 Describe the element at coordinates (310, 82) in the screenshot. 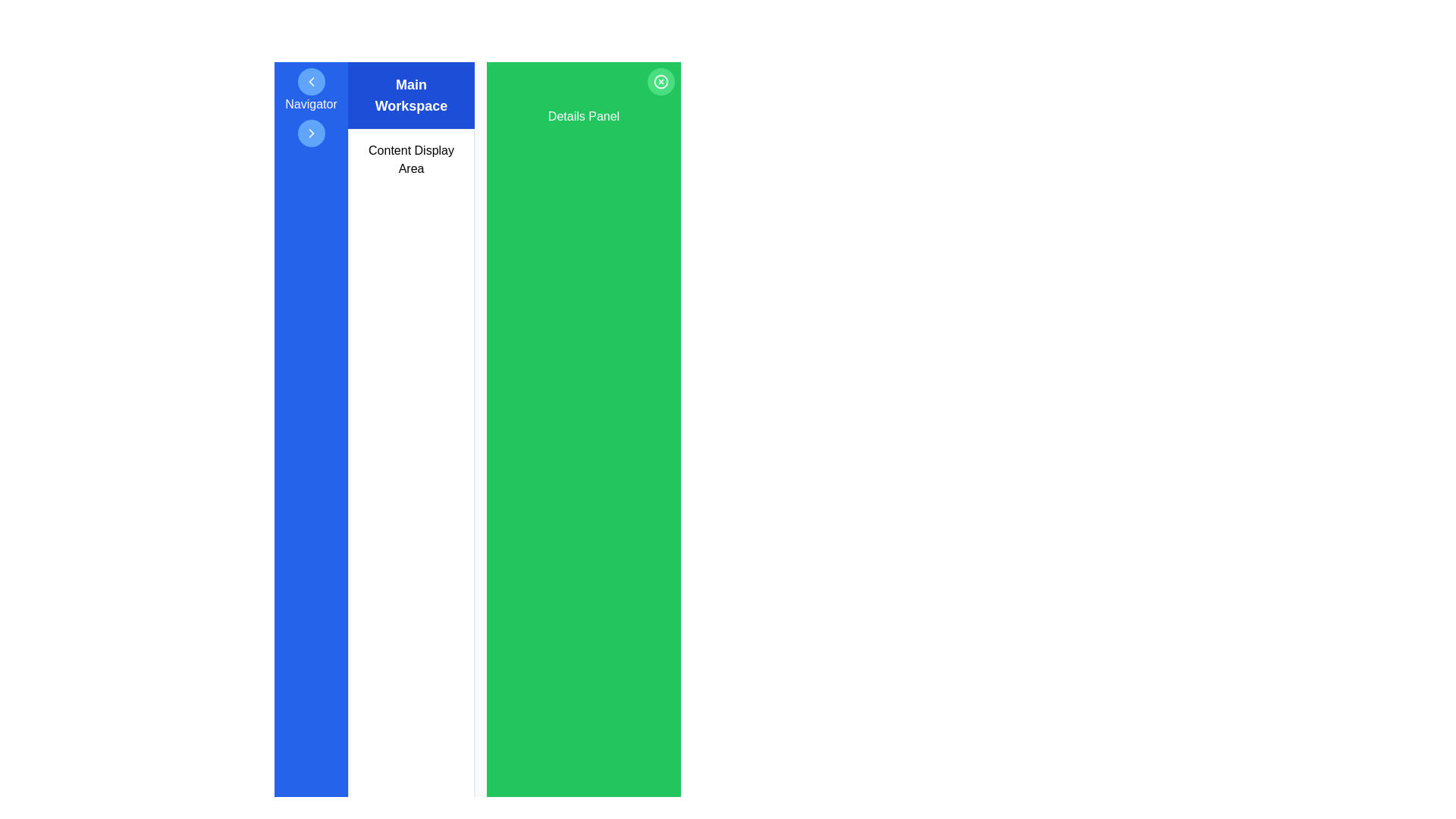

I see `the leftward navigational chevron icon located within the blue sidebar, directly below the 'Navigator' text label` at that location.